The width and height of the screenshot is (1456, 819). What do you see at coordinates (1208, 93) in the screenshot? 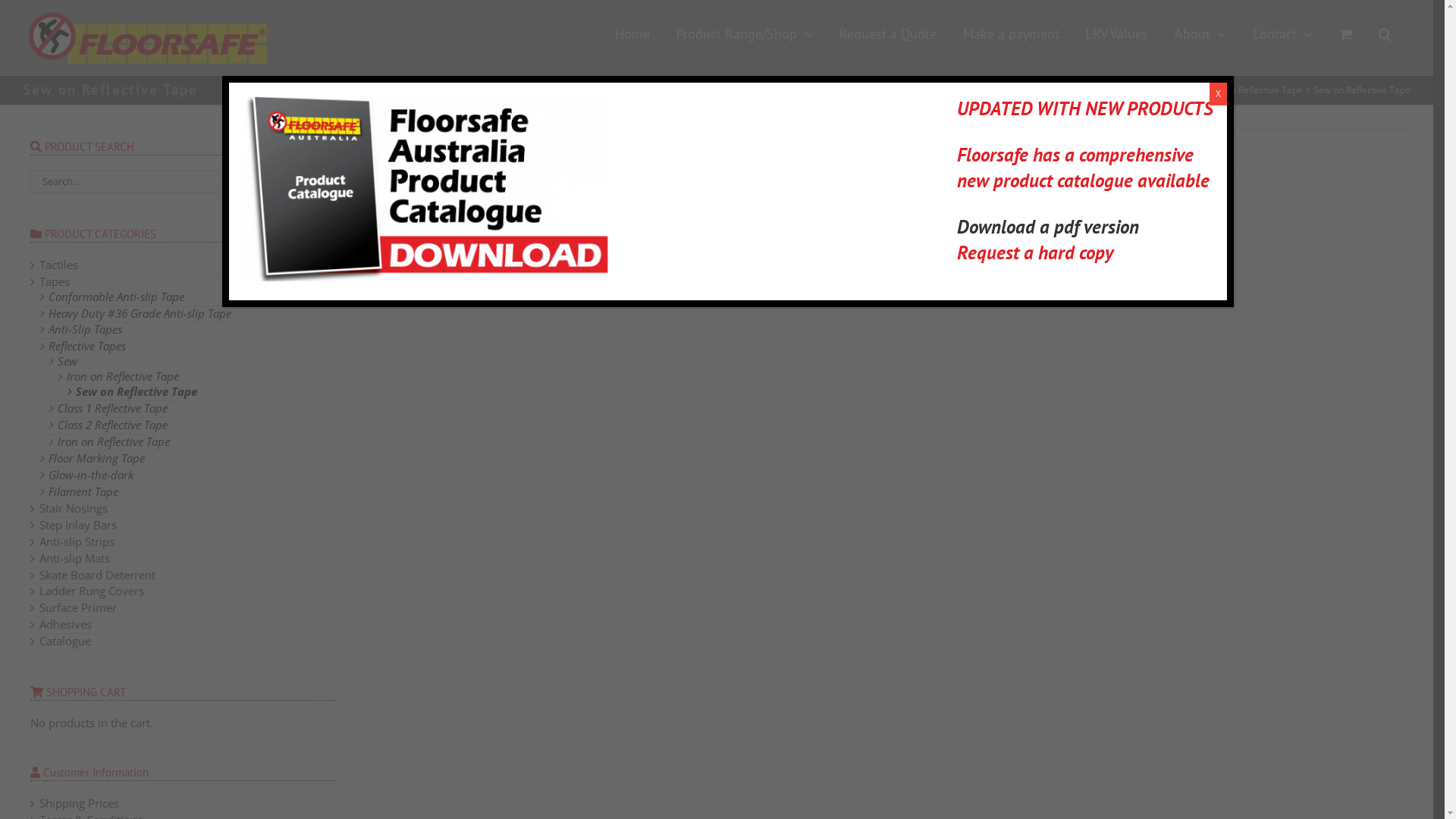
I see `'X'` at bounding box center [1208, 93].